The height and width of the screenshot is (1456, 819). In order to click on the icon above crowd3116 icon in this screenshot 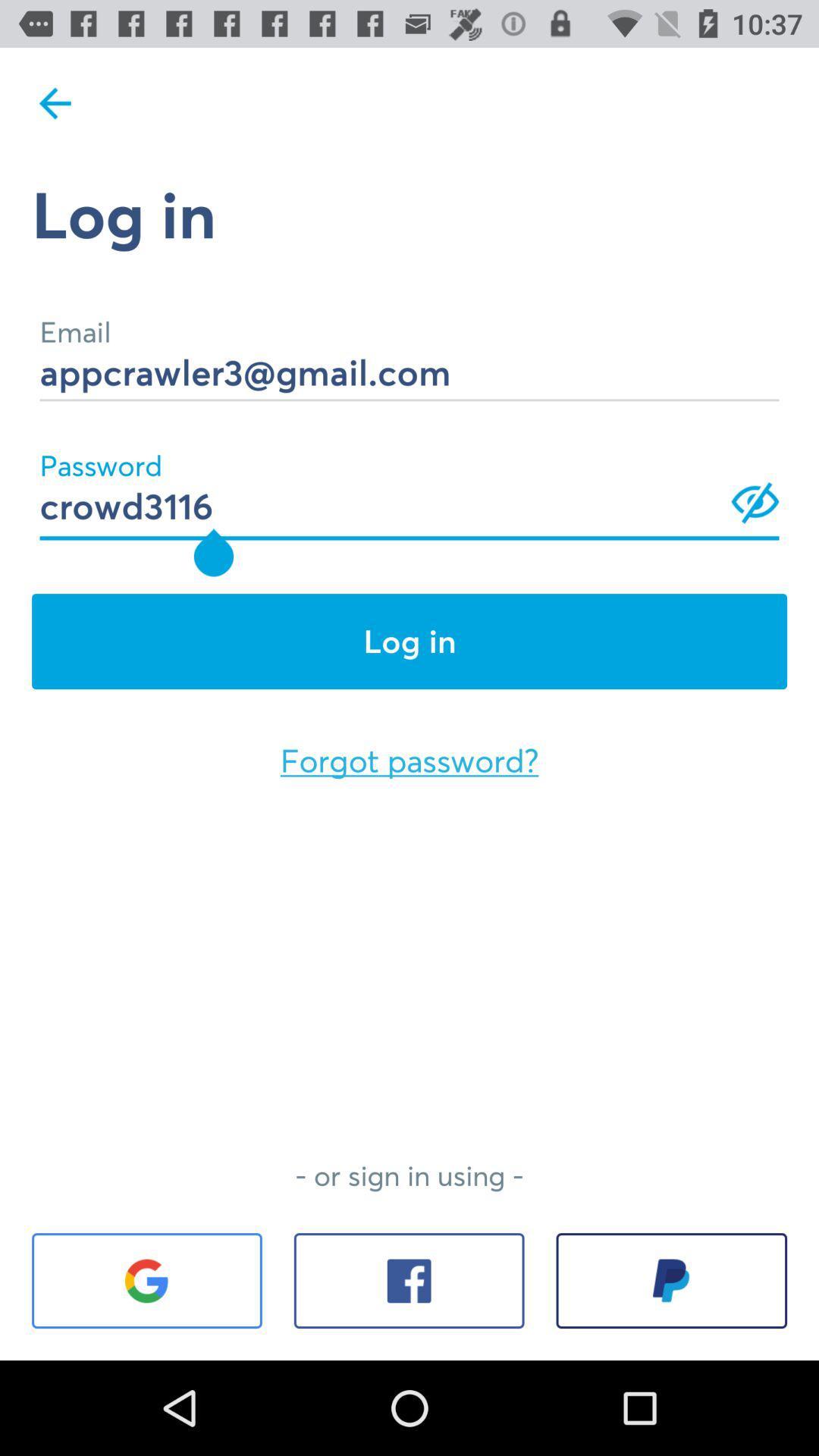, I will do `click(409, 350)`.